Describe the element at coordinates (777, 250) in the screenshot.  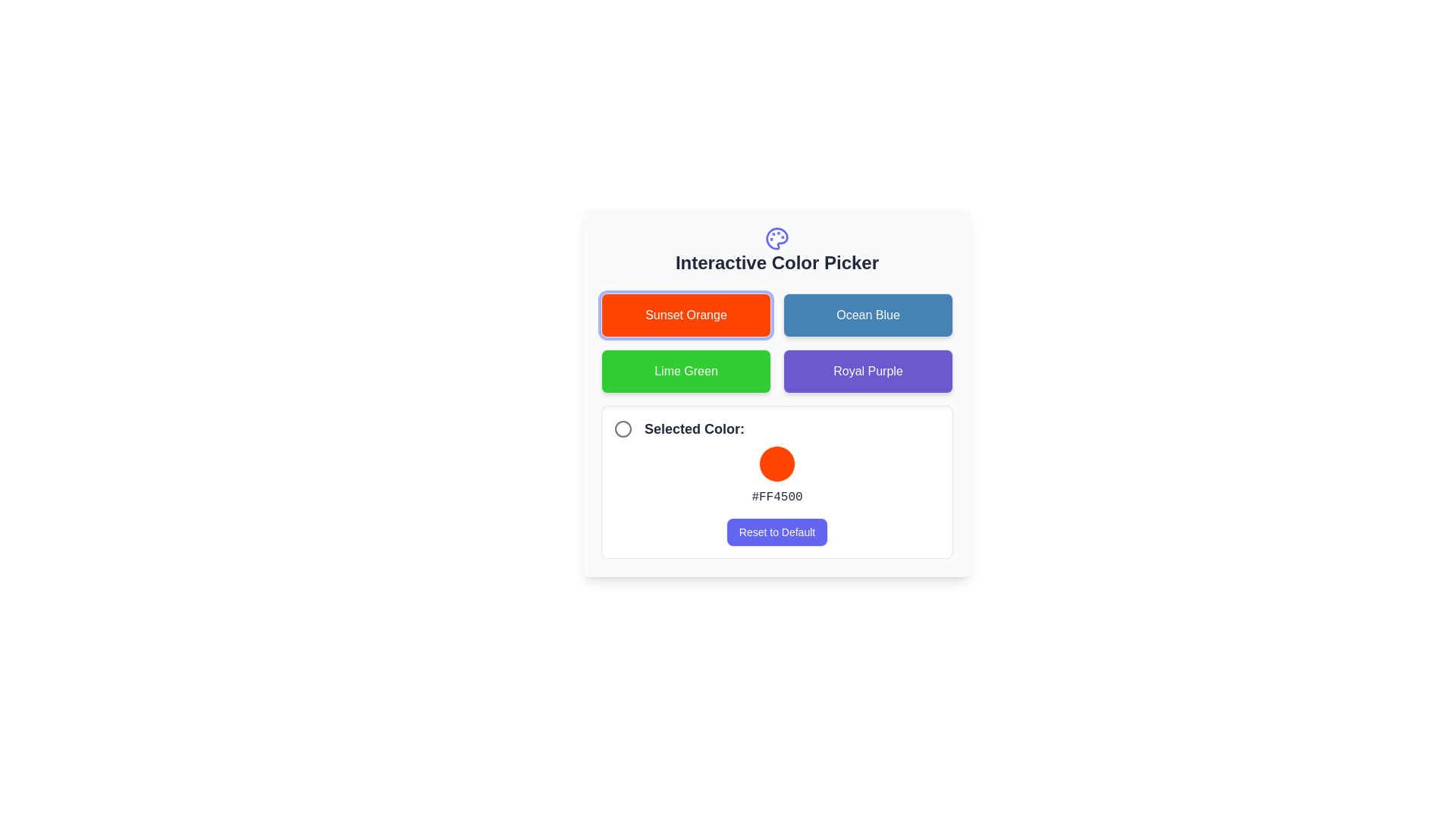
I see `the header section titled 'Interactive Color Picker', which is styled with a bold, large font size and centered alignment, located at the top of the interface` at that location.